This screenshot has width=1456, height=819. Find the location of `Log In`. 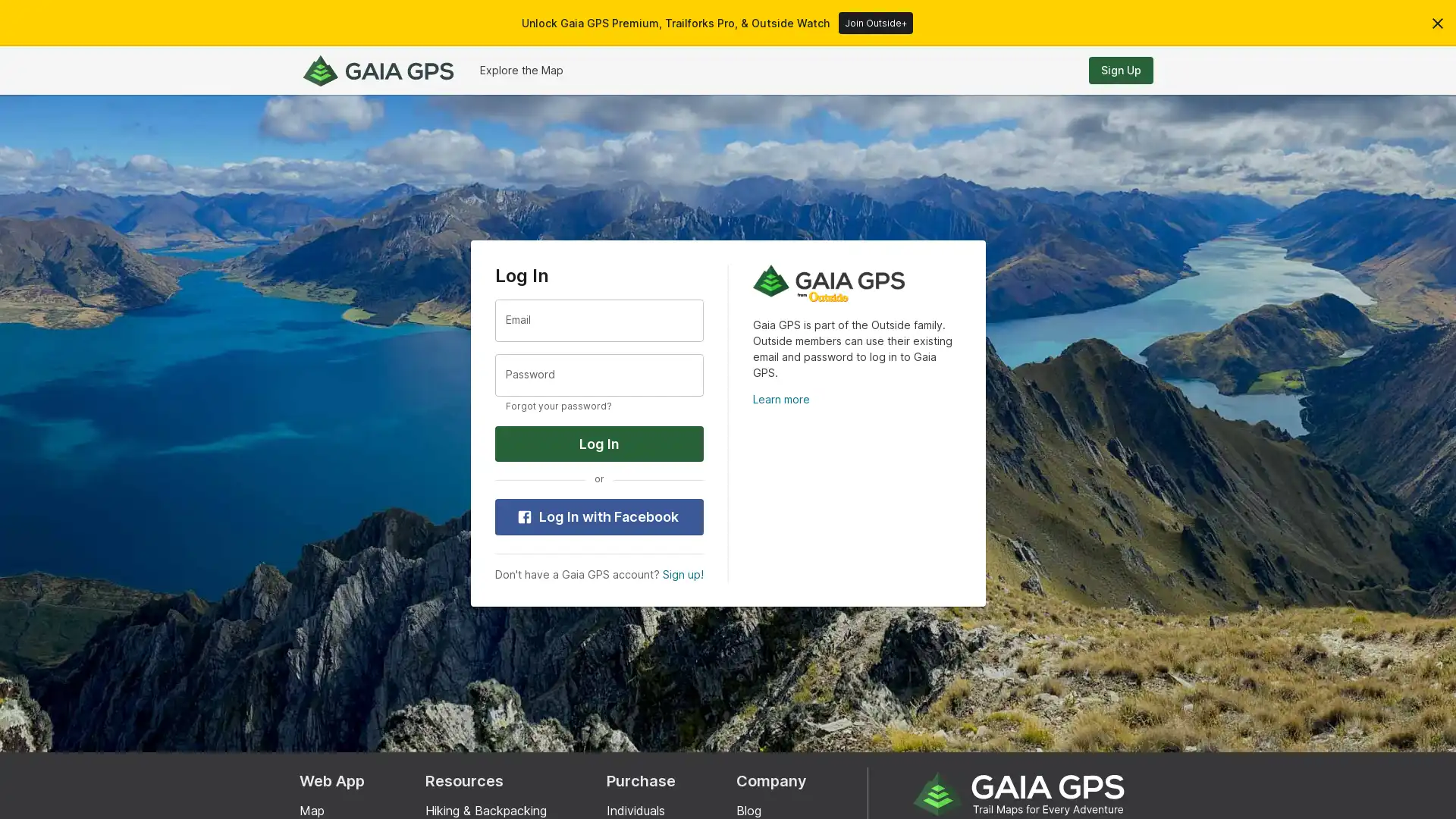

Log In is located at coordinates (598, 444).